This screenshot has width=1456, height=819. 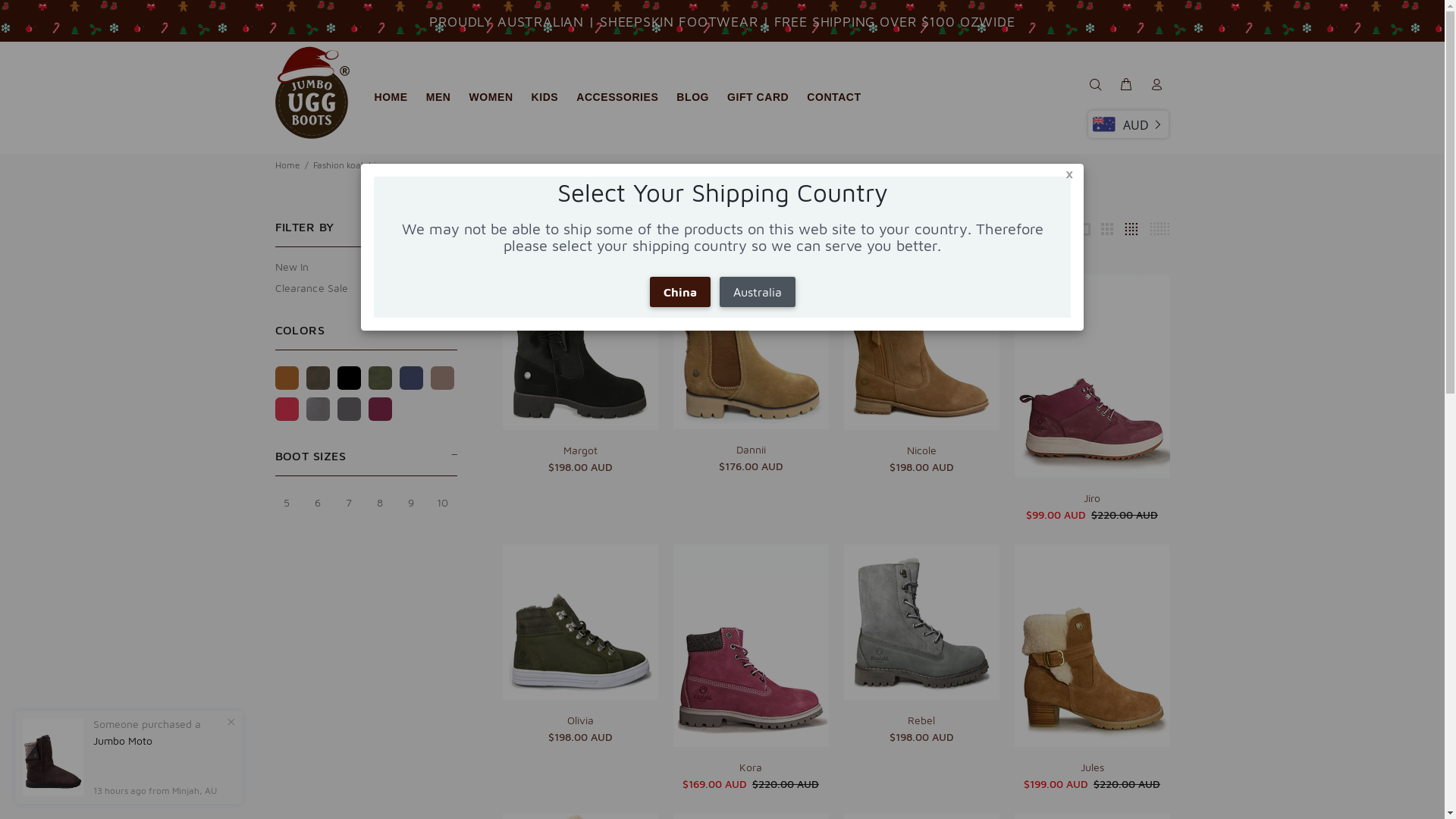 I want to click on 'Home', so click(x=274, y=165).